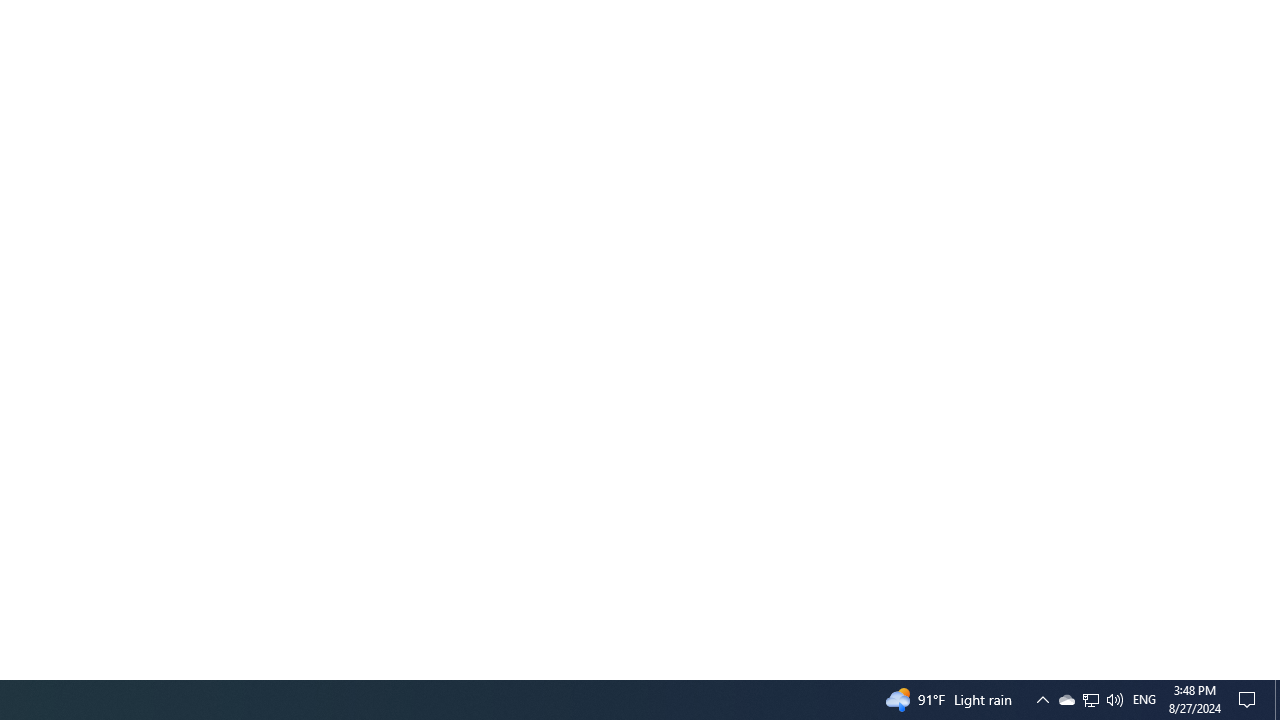 Image resolution: width=1280 pixels, height=720 pixels. What do you see at coordinates (1041, 698) in the screenshot?
I see `'Notification Chevron'` at bounding box center [1041, 698].